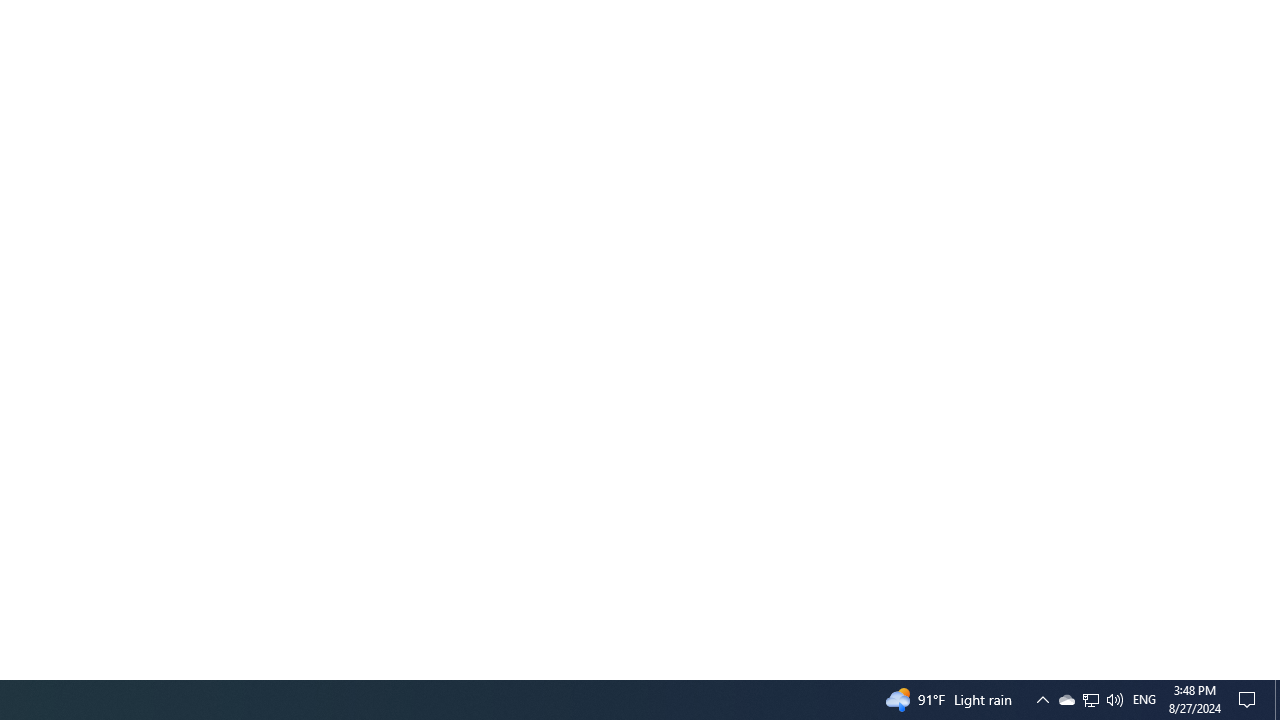 Image resolution: width=1280 pixels, height=720 pixels. What do you see at coordinates (1041, 698) in the screenshot?
I see `'Notification Chevron'` at bounding box center [1041, 698].